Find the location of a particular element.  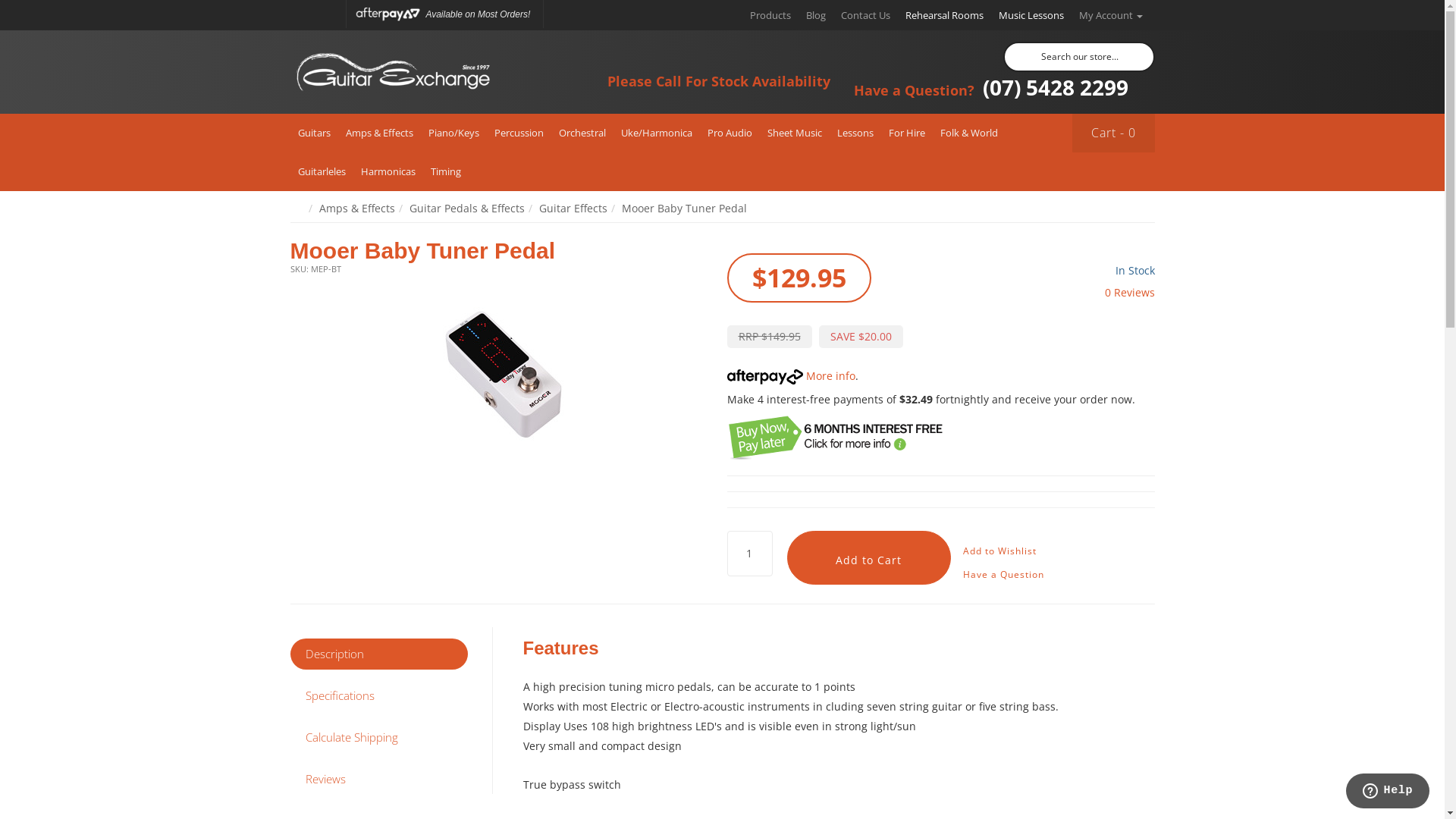

'Pro Audio' is located at coordinates (729, 132).